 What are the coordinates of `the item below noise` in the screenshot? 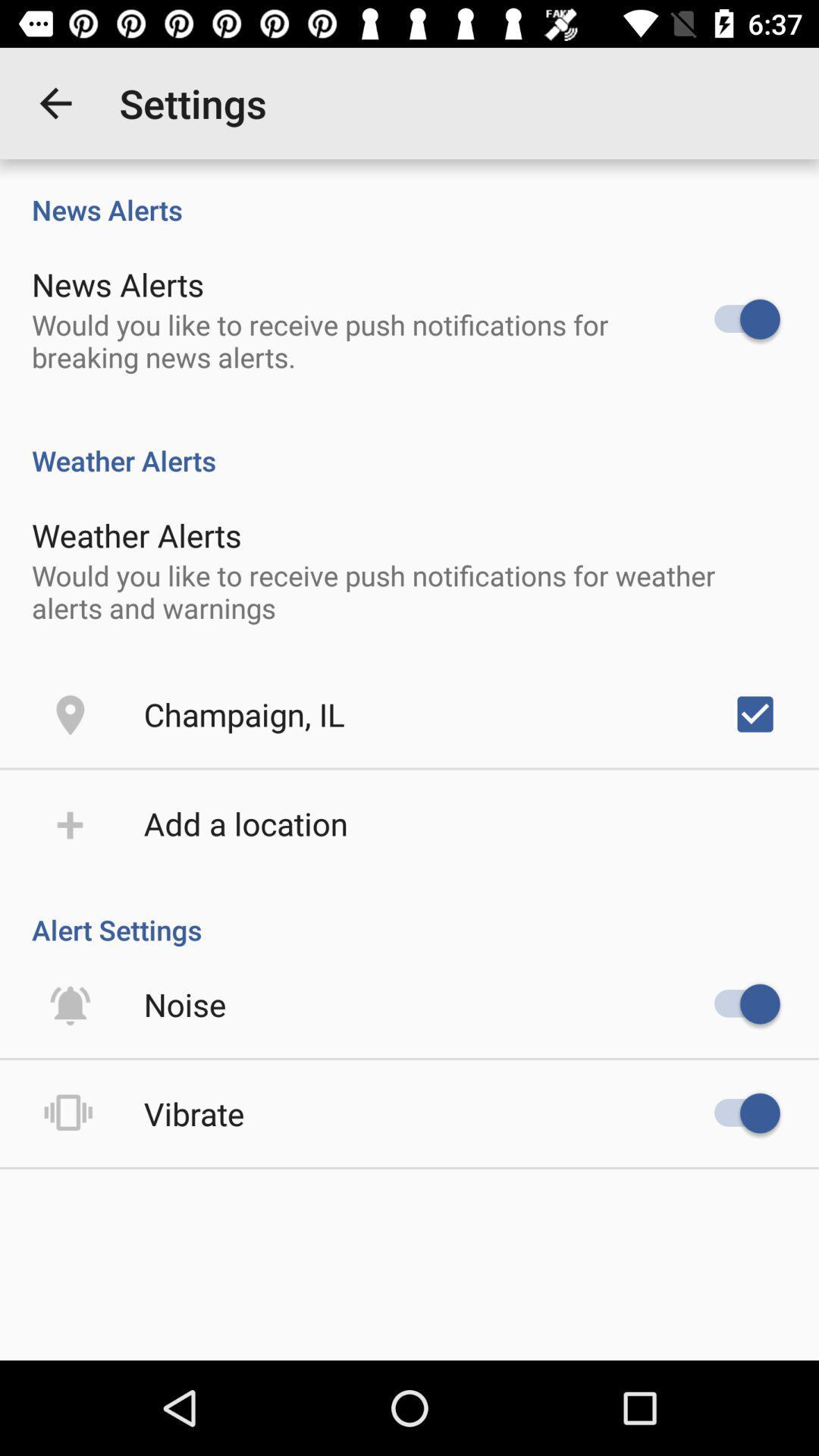 It's located at (193, 1113).